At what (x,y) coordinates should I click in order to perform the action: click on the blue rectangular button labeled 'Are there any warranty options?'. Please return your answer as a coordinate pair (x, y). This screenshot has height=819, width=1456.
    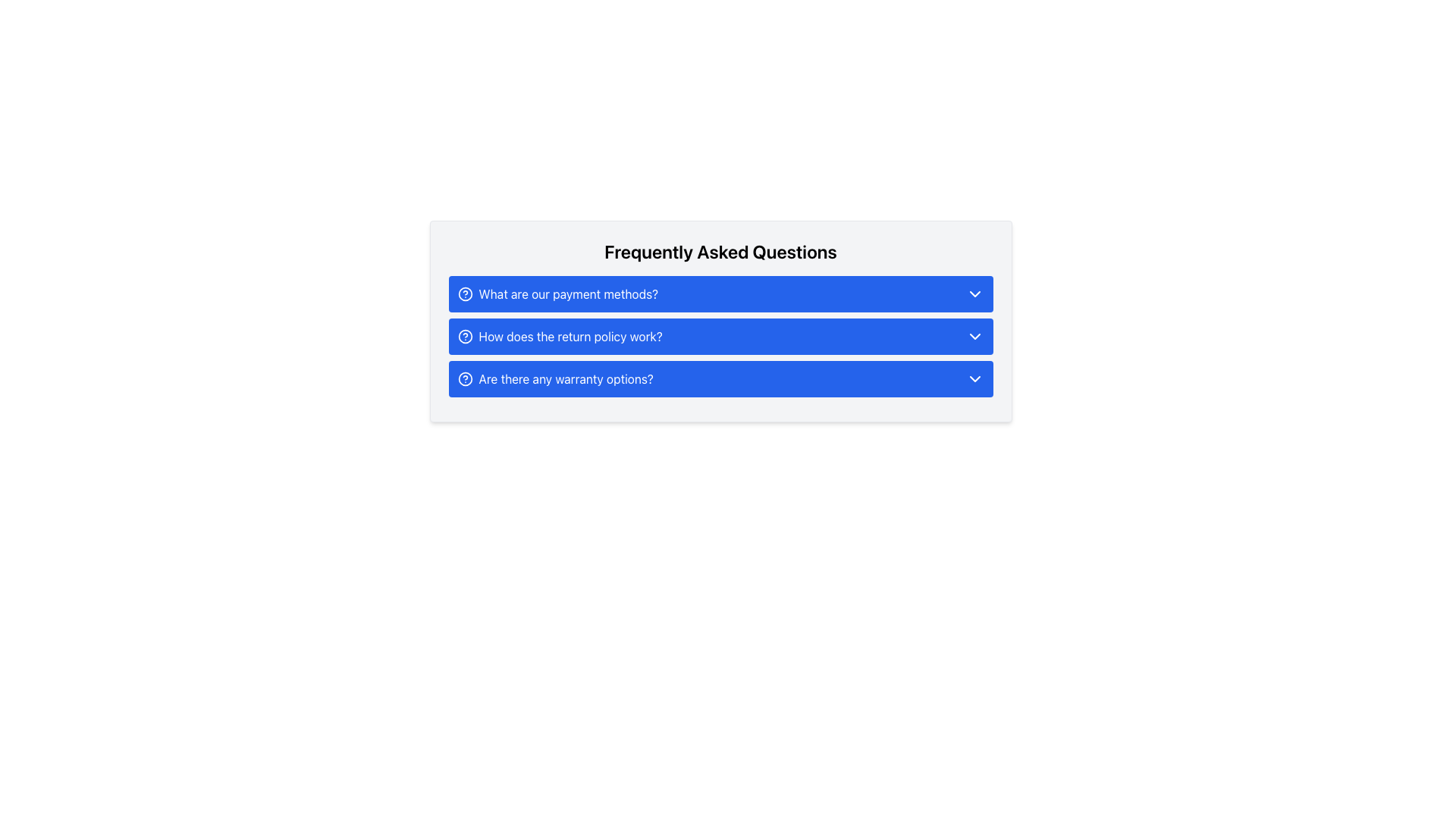
    Looking at the image, I should click on (720, 378).